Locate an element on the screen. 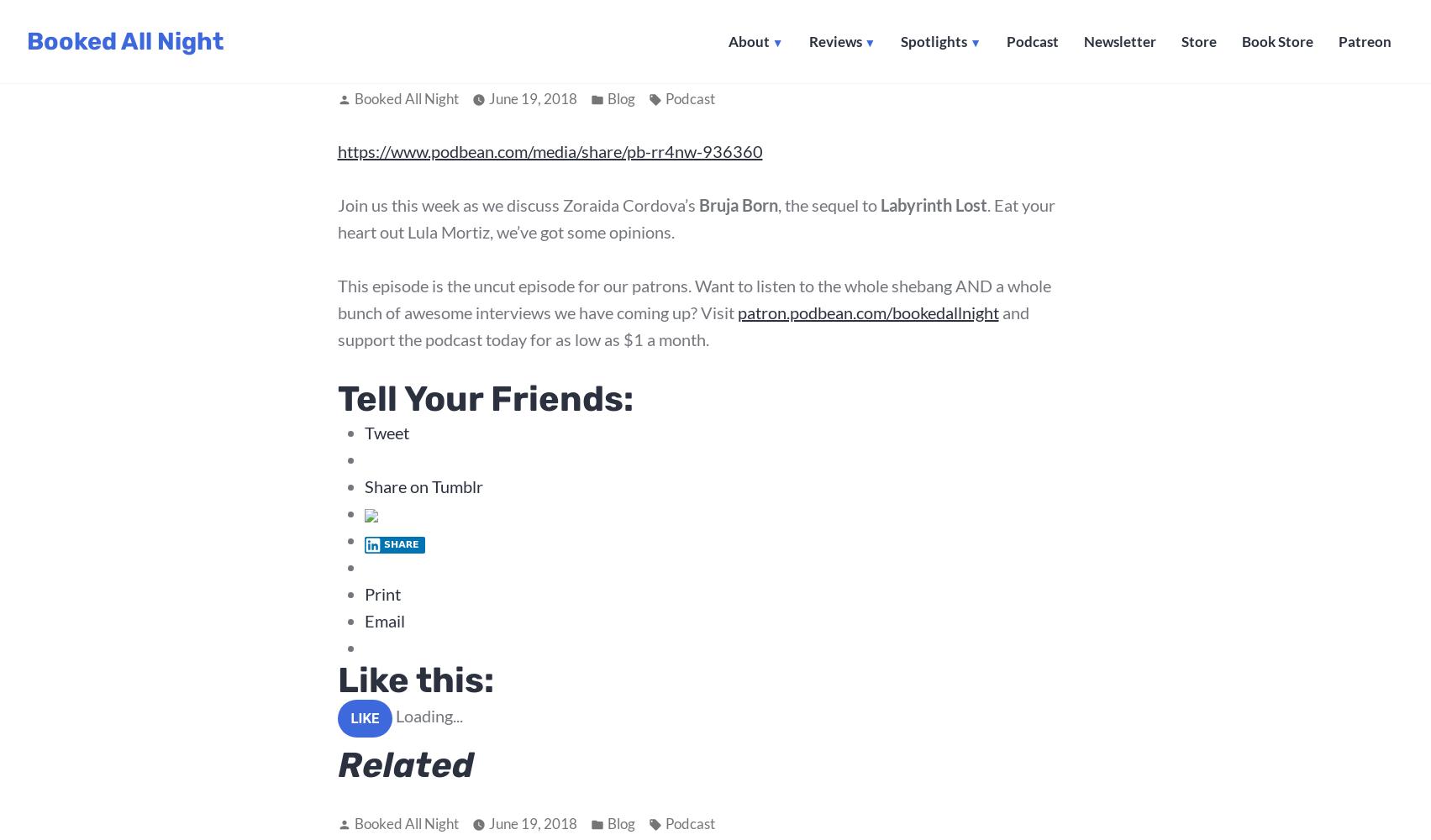  'Share on Tumblr' is located at coordinates (364, 485).